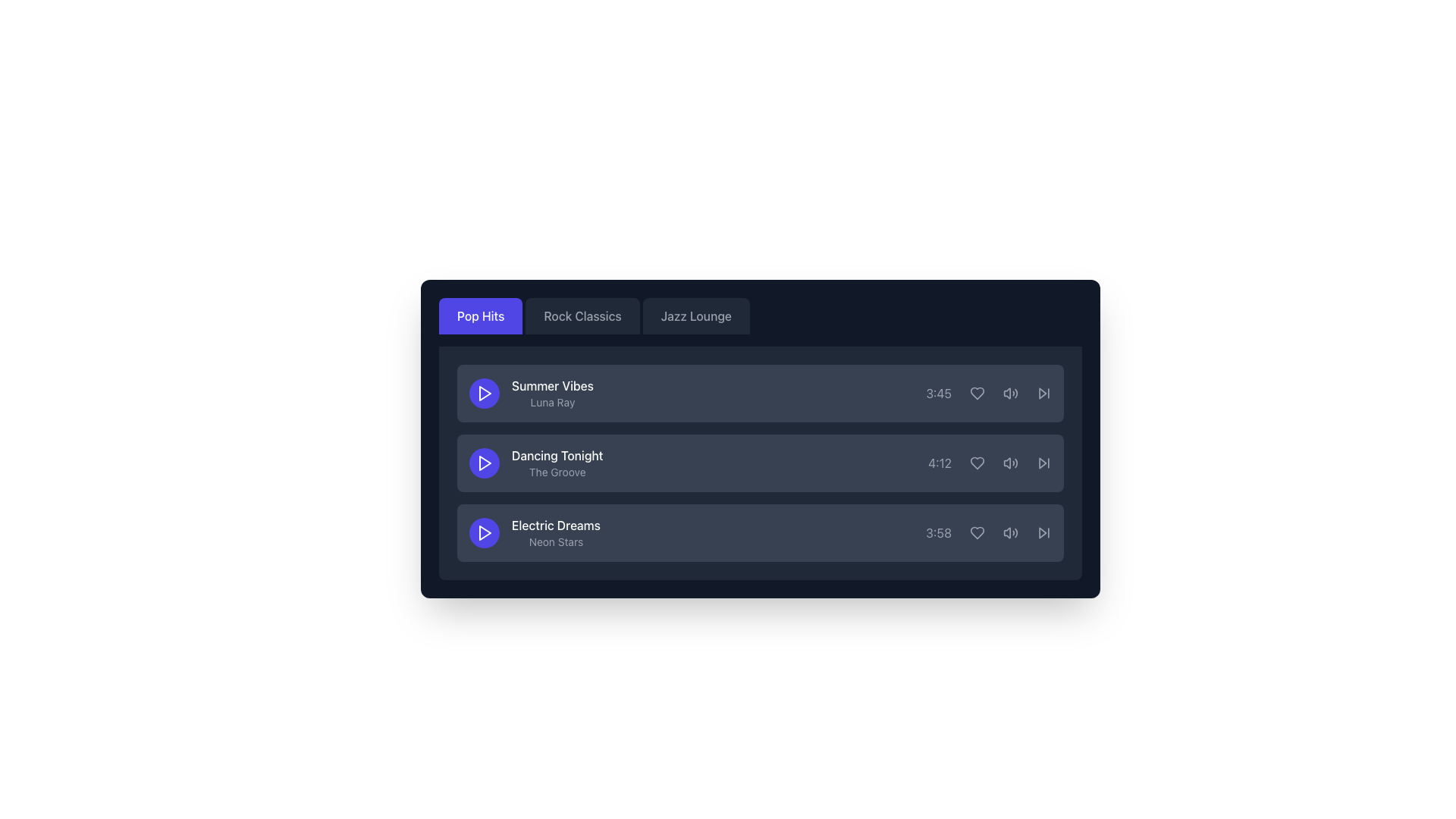  Describe the element at coordinates (1042, 393) in the screenshot. I see `the skip-forward icon located in the playback controls section of the third song in the list` at that location.